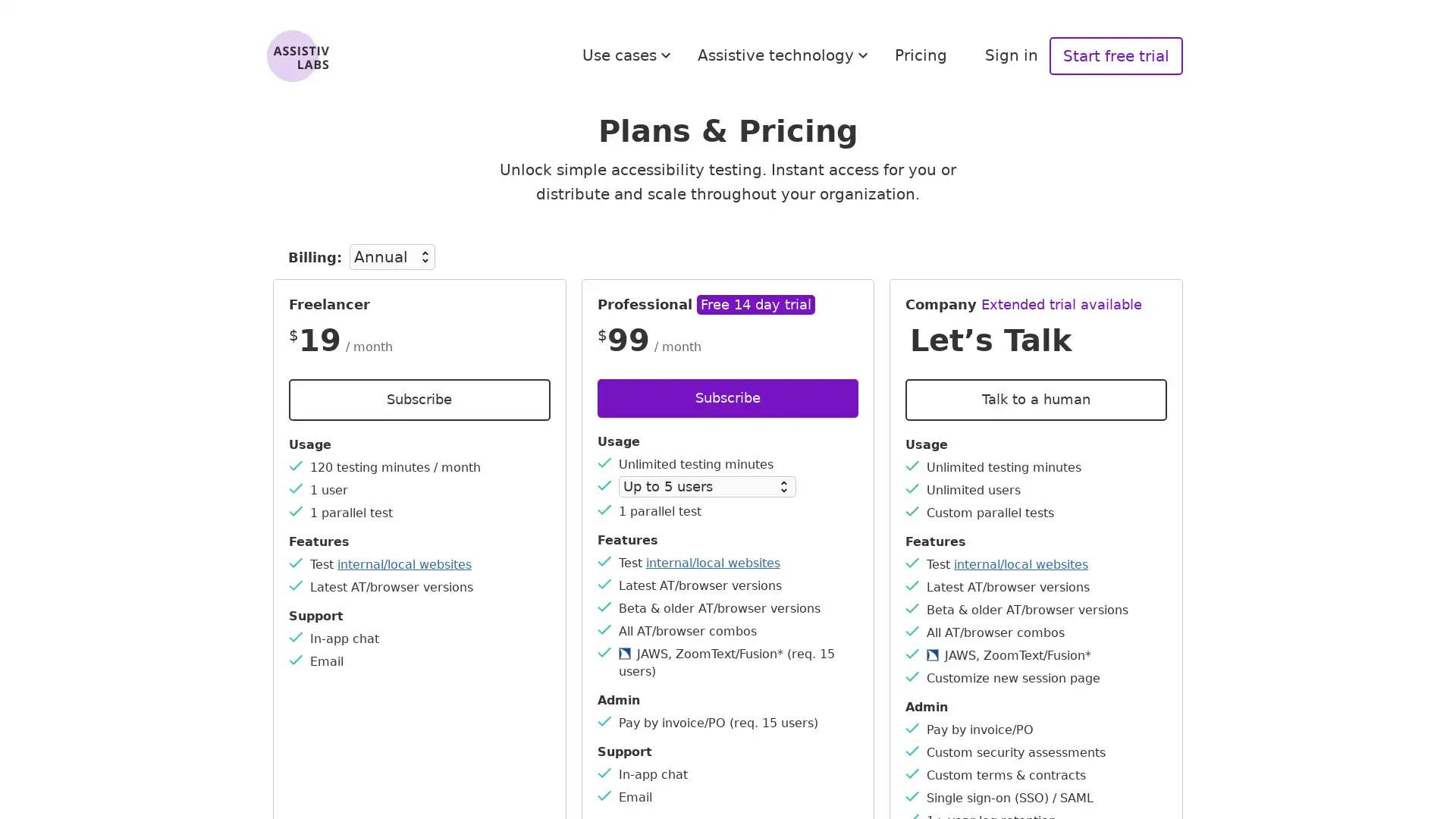  What do you see at coordinates (629, 55) in the screenshot?
I see `Use cases` at bounding box center [629, 55].